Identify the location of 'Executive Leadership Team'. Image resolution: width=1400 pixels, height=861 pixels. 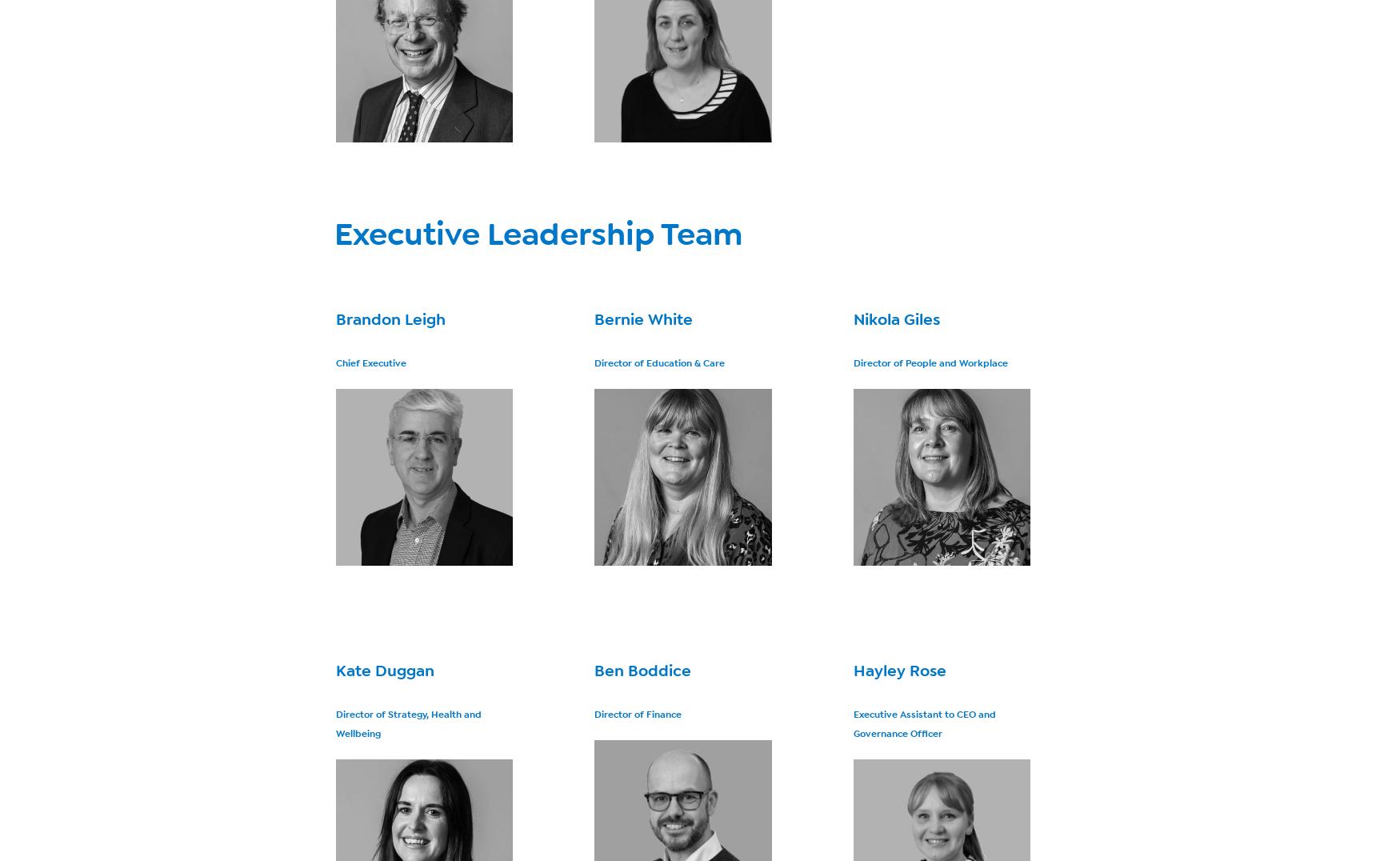
(537, 233).